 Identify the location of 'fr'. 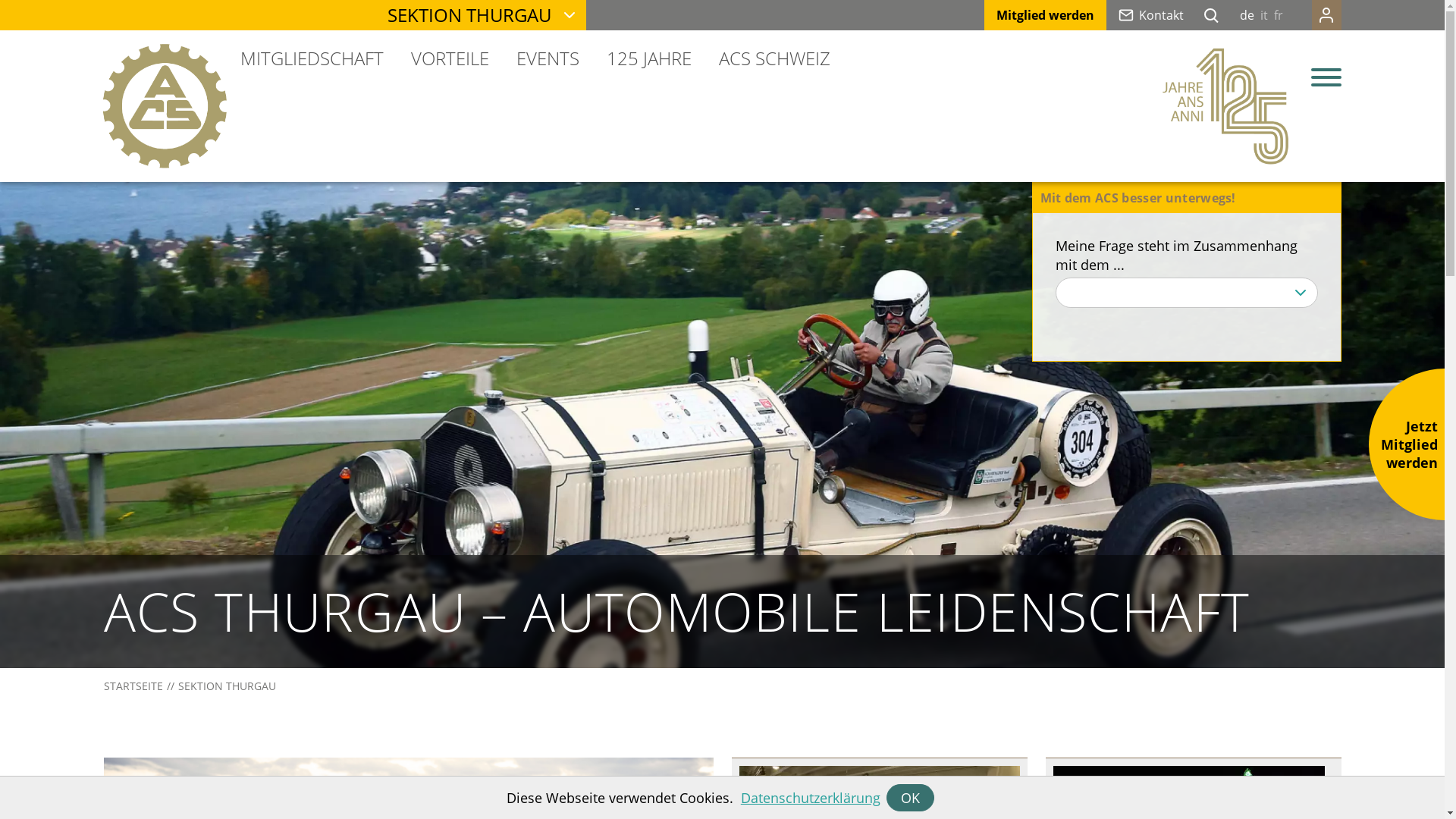
(1270, 14).